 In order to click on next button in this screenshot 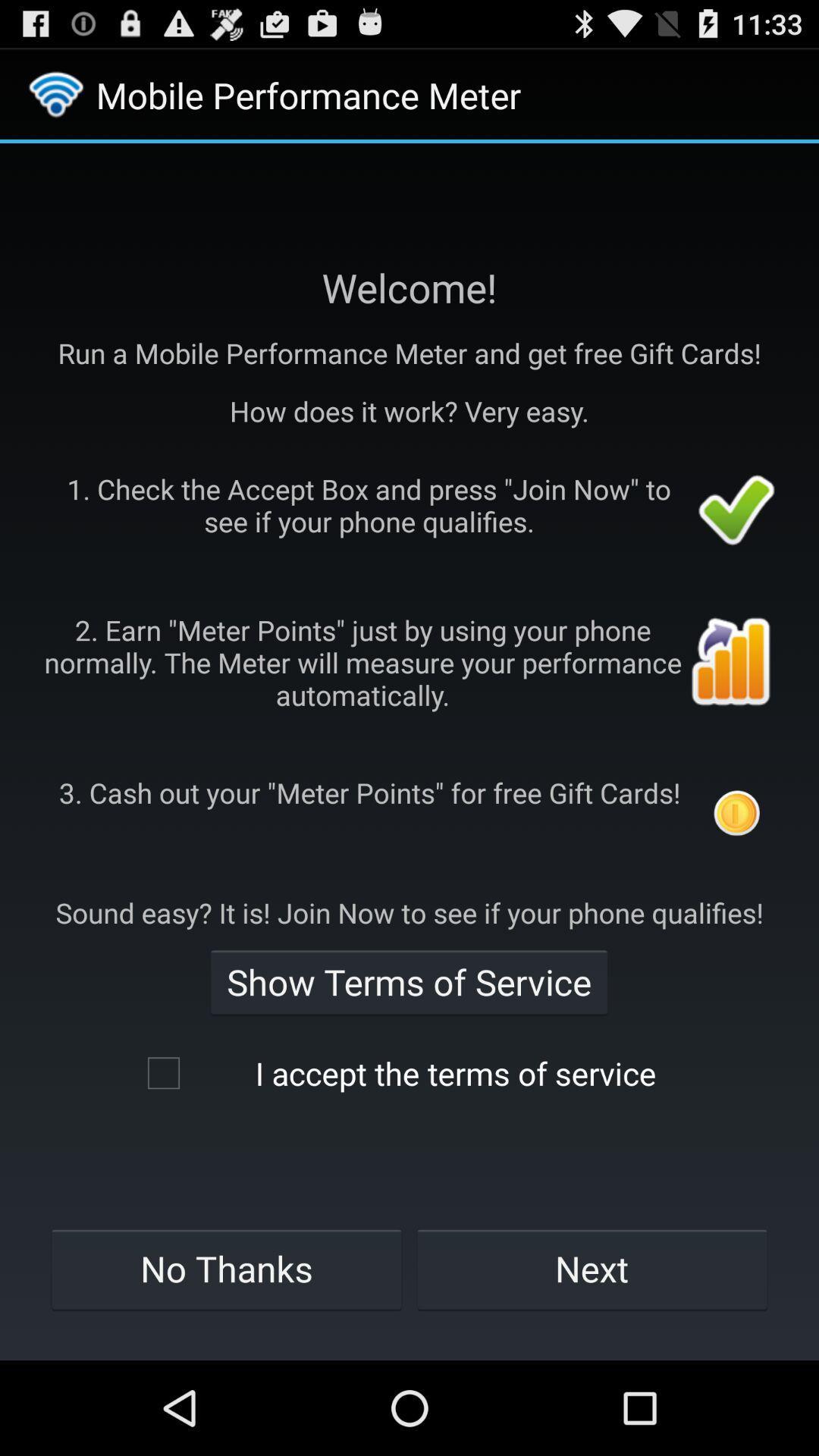, I will do `click(591, 1269)`.